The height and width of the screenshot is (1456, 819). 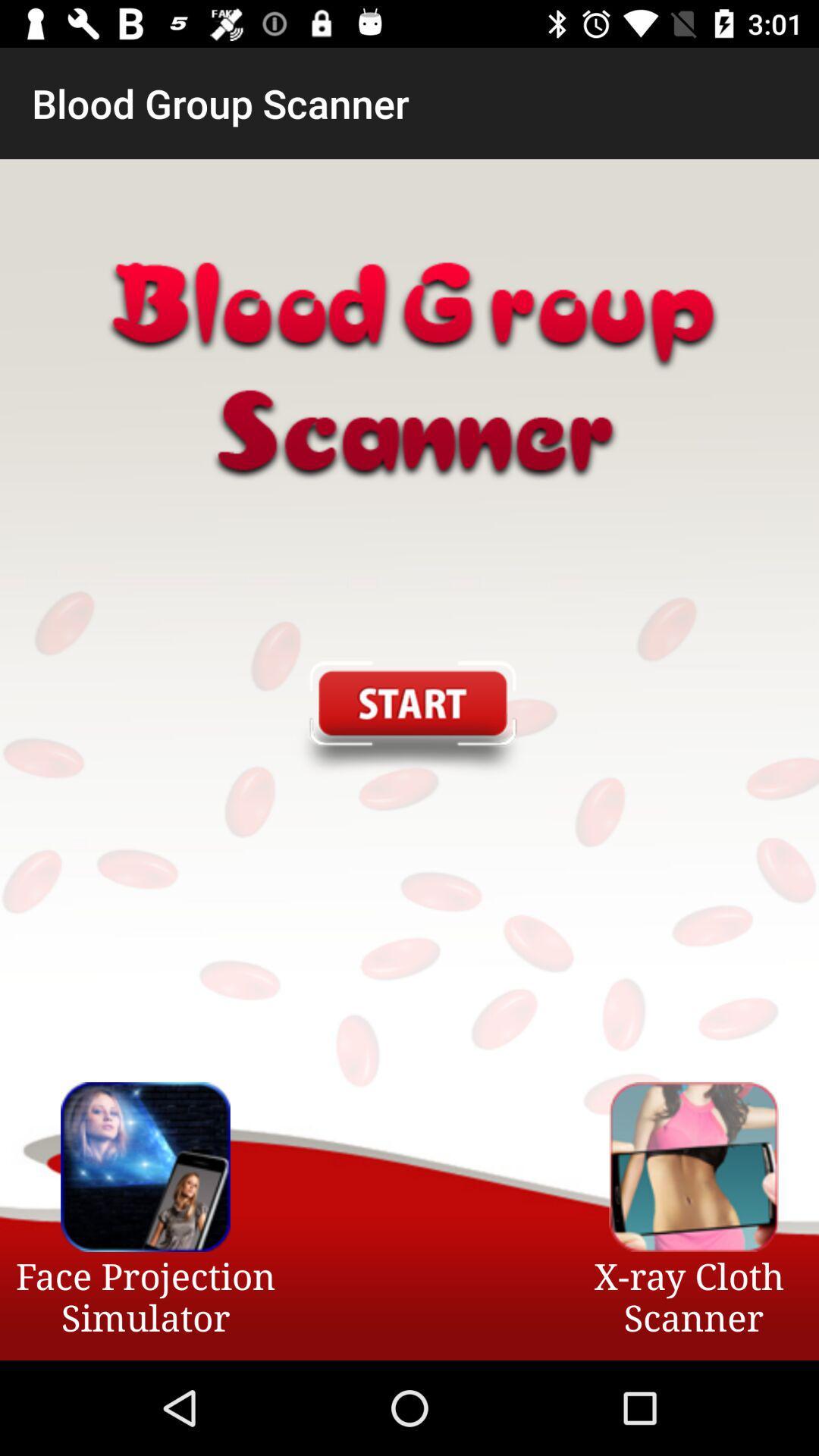 What do you see at coordinates (408, 719) in the screenshot?
I see `app above face projection` at bounding box center [408, 719].